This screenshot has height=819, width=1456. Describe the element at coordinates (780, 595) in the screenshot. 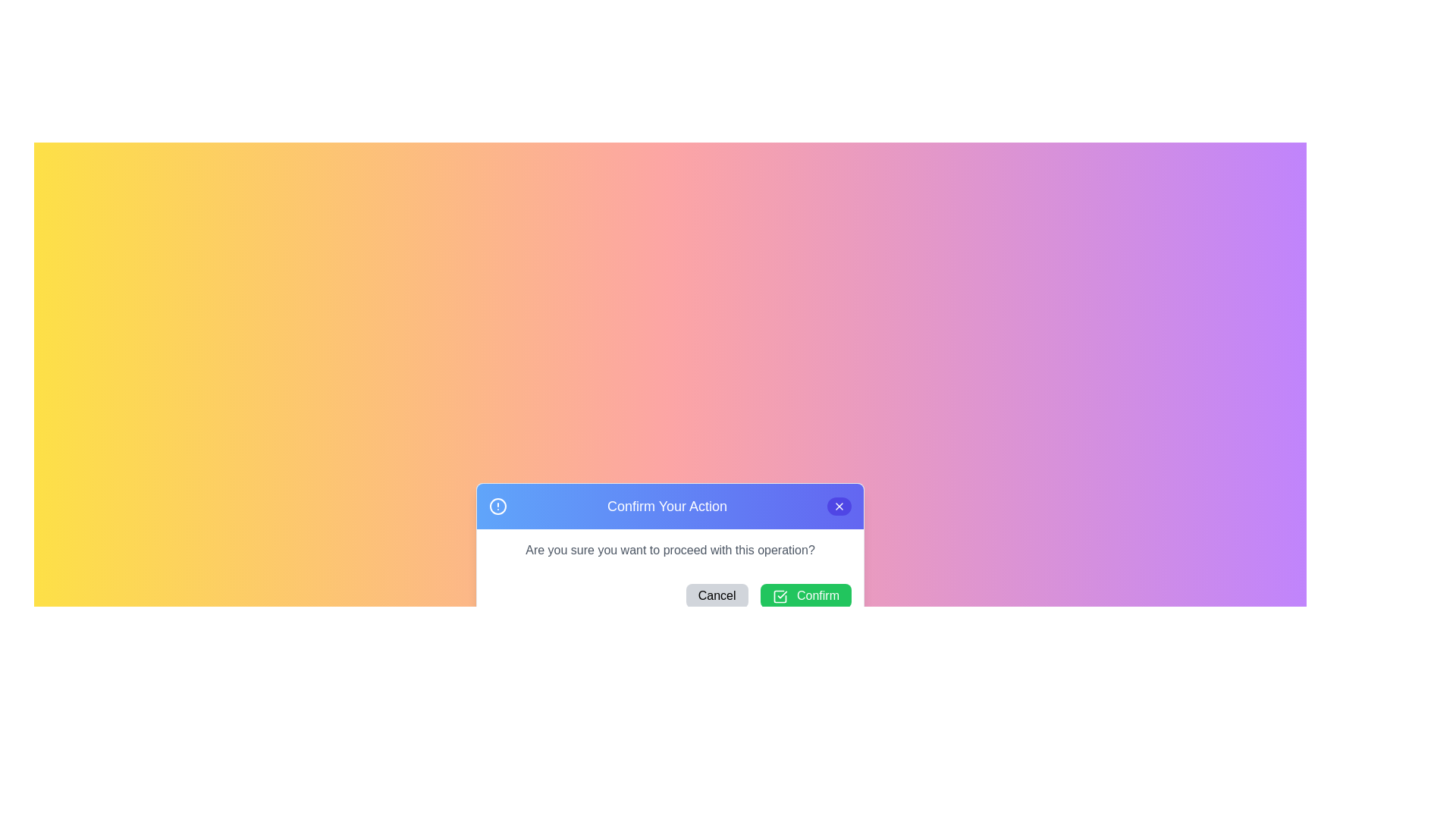

I see `the 'Confirm' button which contains the checkmark icon, located at the bottom-right side of the dialog box` at that location.